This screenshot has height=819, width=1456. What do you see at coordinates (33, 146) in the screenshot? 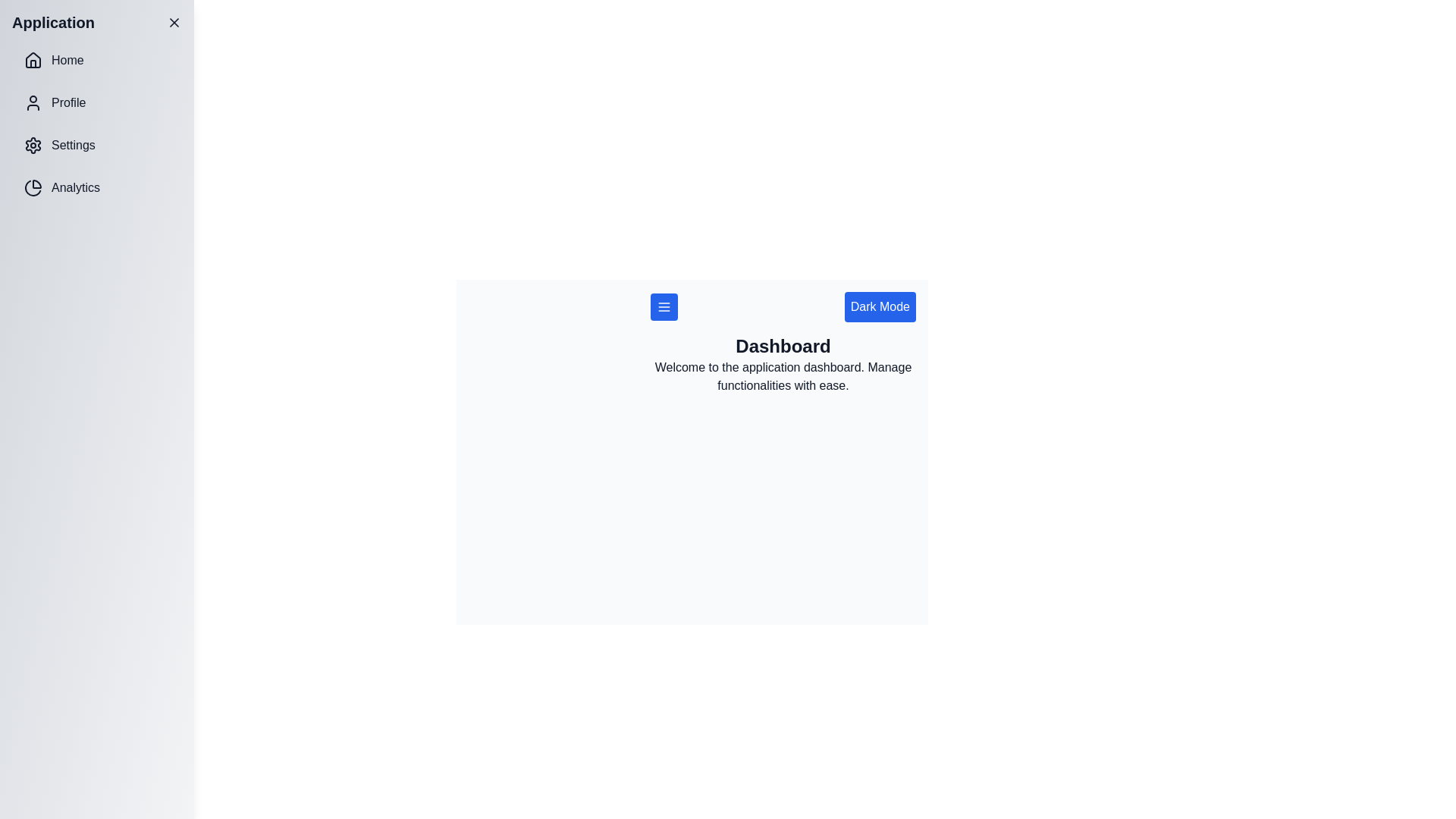
I see `the gear-shaped icon that indicates the 'Settings' menu item, which is located in the vertical navigation panel to the left of the text label 'Settings'` at bounding box center [33, 146].